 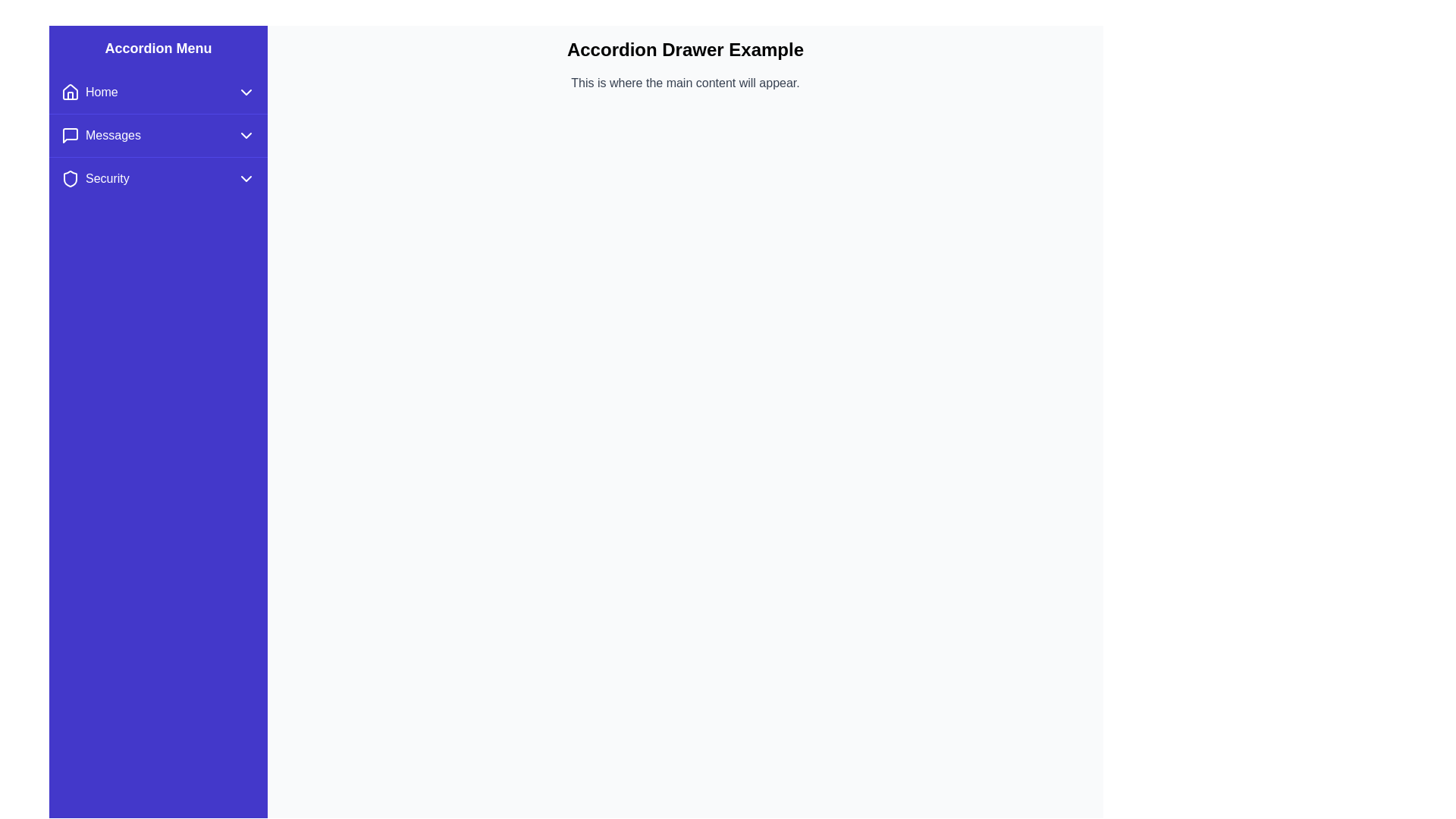 I want to click on the icon near the section header Messages, so click(x=69, y=134).